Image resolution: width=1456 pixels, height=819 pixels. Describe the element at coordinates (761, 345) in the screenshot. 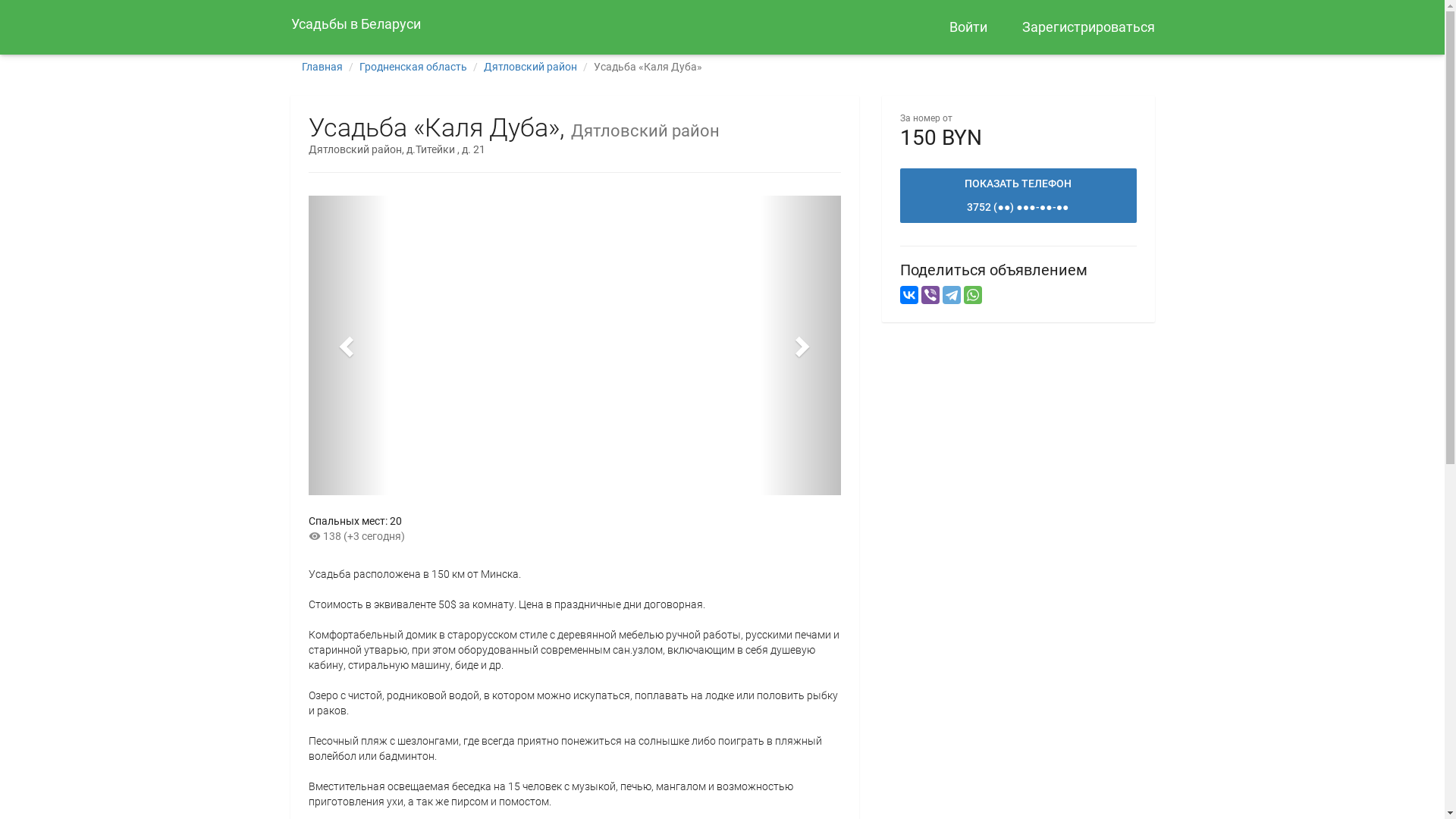

I see `'Next'` at that location.